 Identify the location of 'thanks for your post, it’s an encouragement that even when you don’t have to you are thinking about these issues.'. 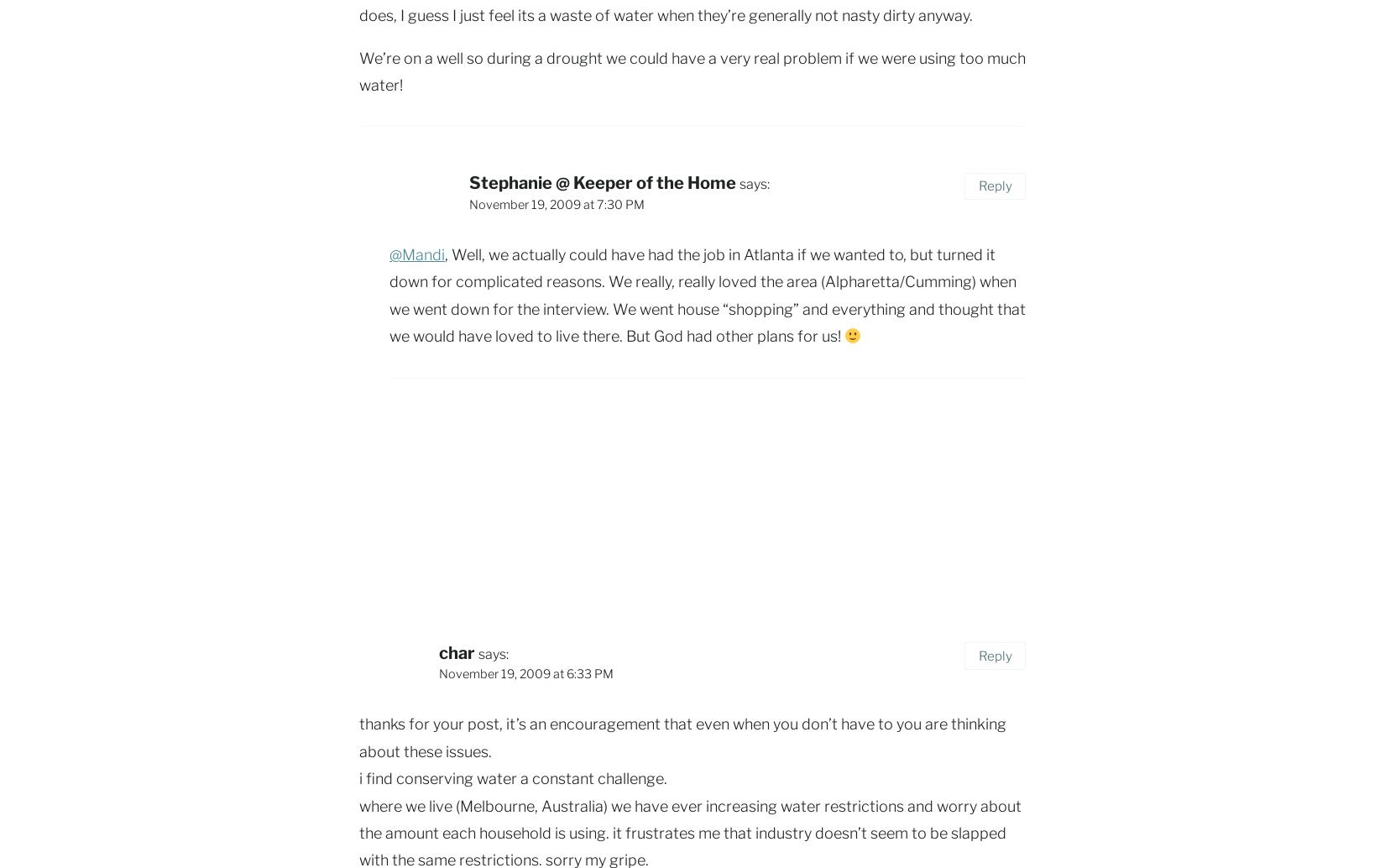
(358, 736).